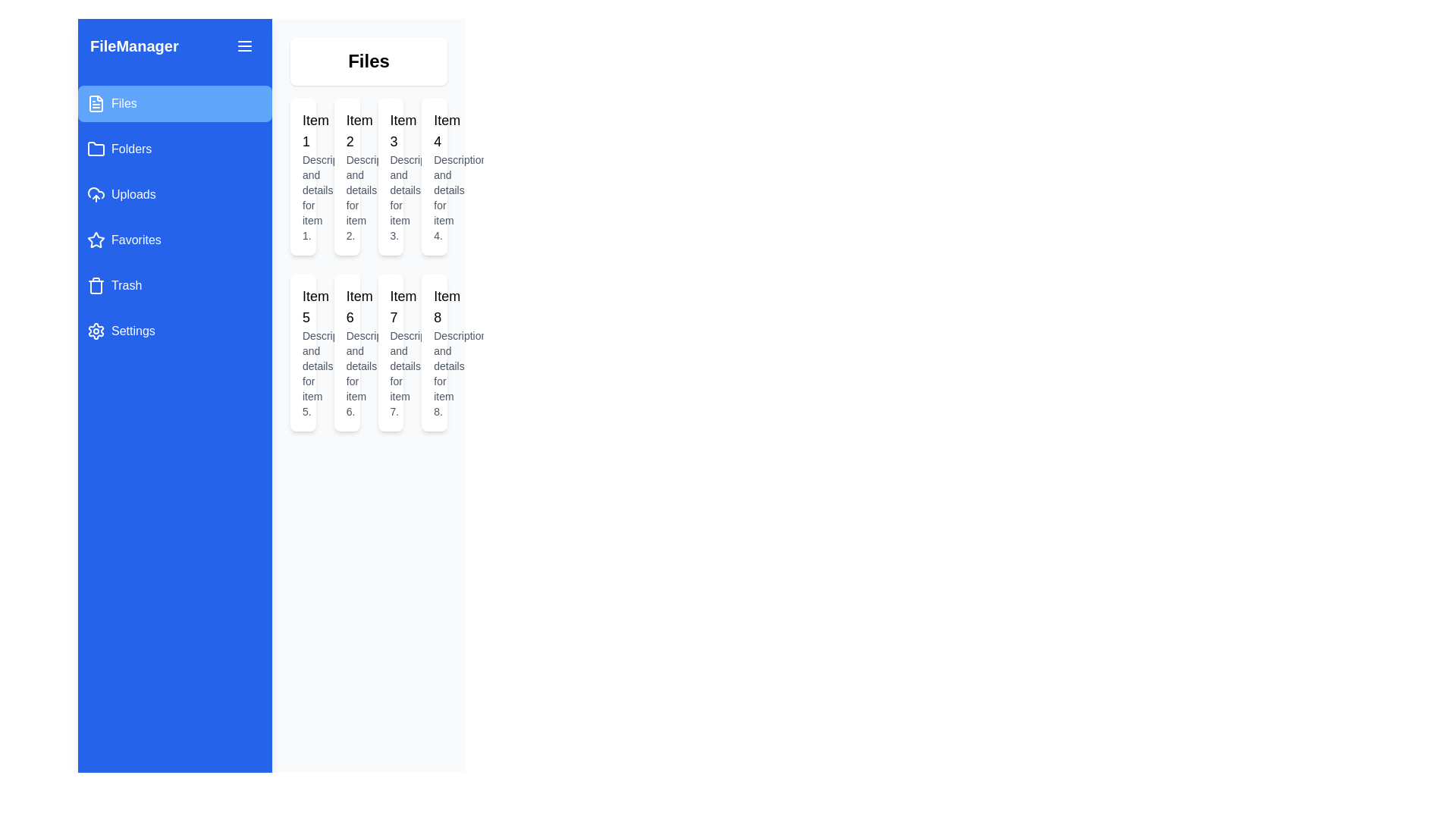 This screenshot has width=1456, height=819. Describe the element at coordinates (391, 175) in the screenshot. I see `text from the Card element displaying 'Item 3' and its description 'Description and details for item 3' located in the first row of the grid layout` at that location.